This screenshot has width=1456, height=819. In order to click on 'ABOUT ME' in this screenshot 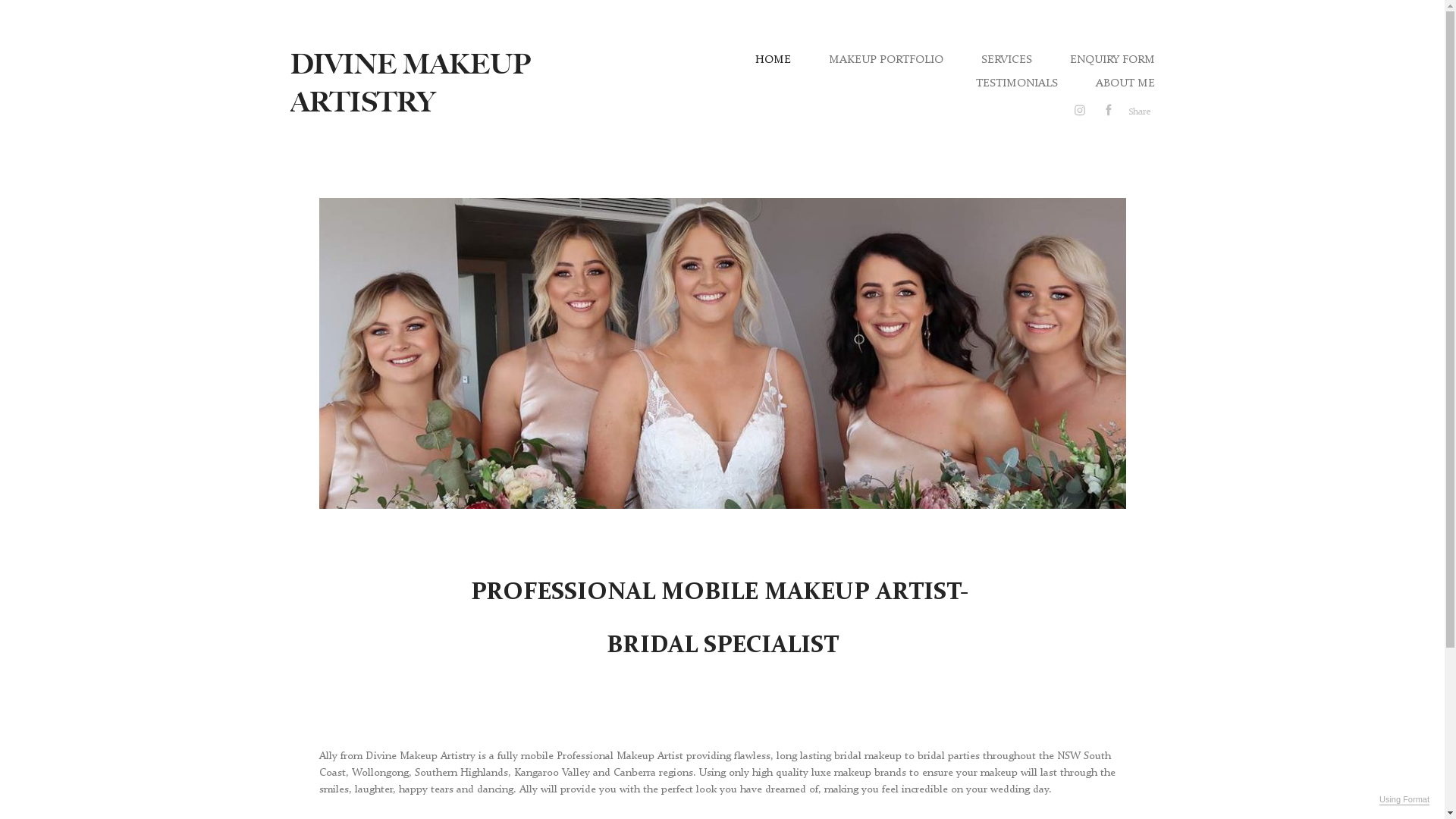, I will do `click(1125, 82)`.